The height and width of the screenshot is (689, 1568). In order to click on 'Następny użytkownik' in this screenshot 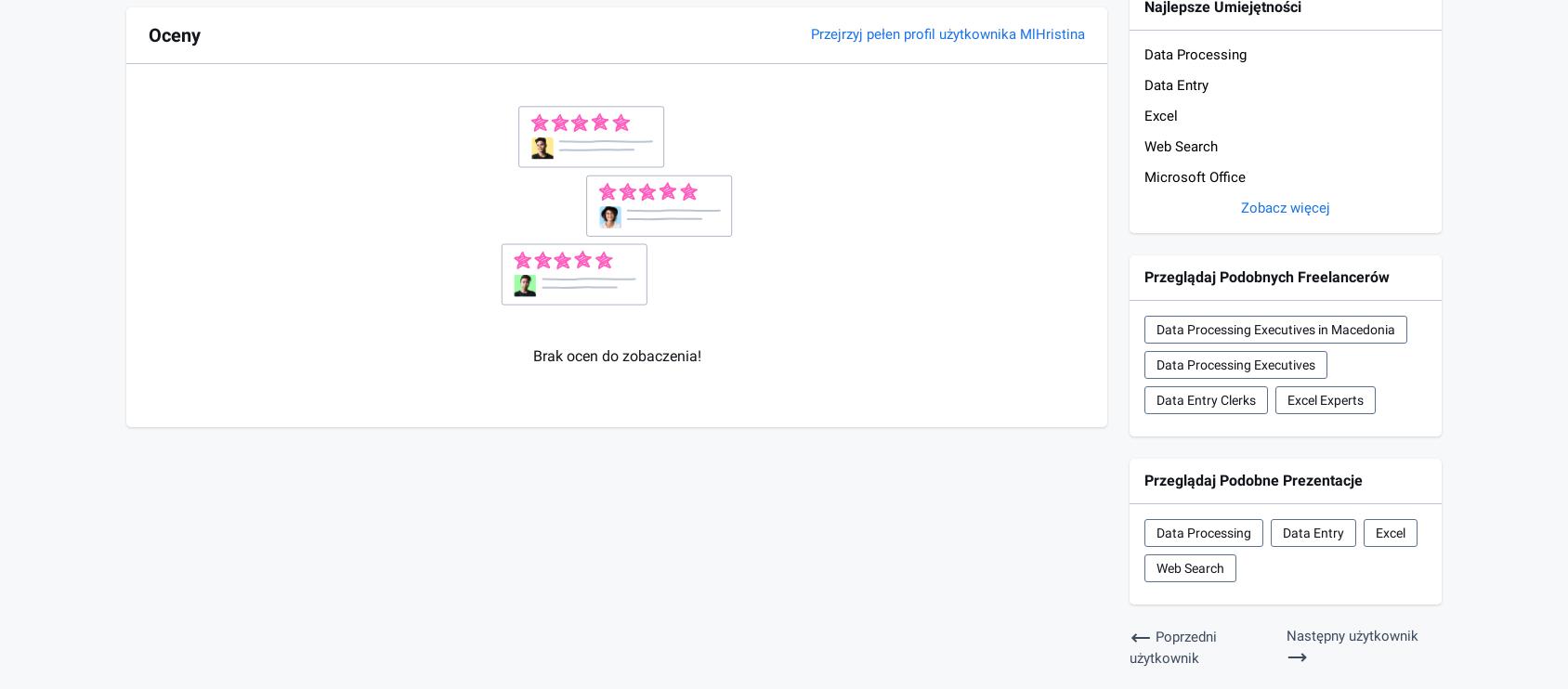, I will do `click(1352, 634)`.